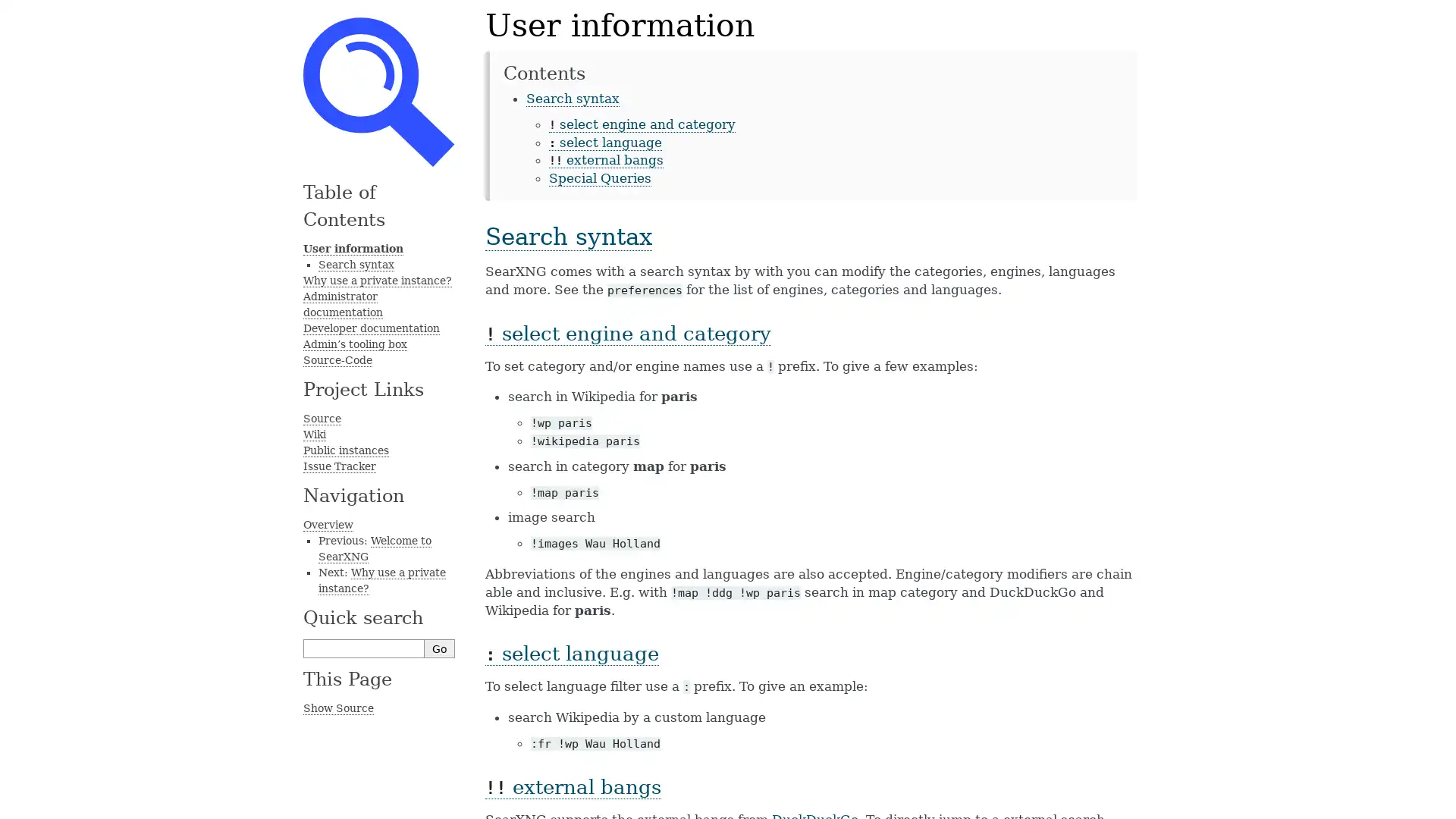  I want to click on Go, so click(439, 648).